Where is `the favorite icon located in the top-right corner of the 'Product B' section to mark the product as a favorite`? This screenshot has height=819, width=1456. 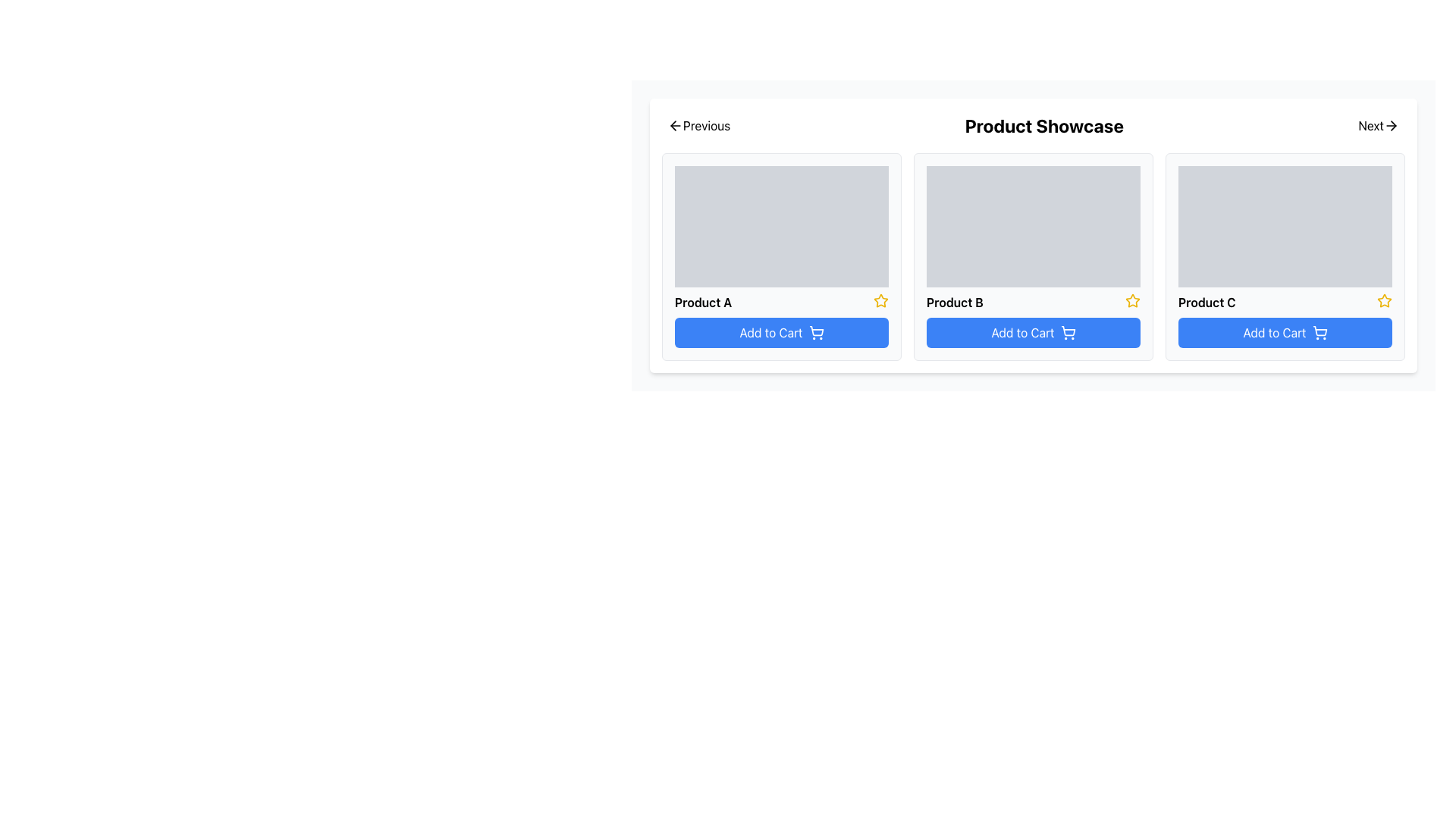 the favorite icon located in the top-right corner of the 'Product B' section to mark the product as a favorite is located at coordinates (1132, 301).